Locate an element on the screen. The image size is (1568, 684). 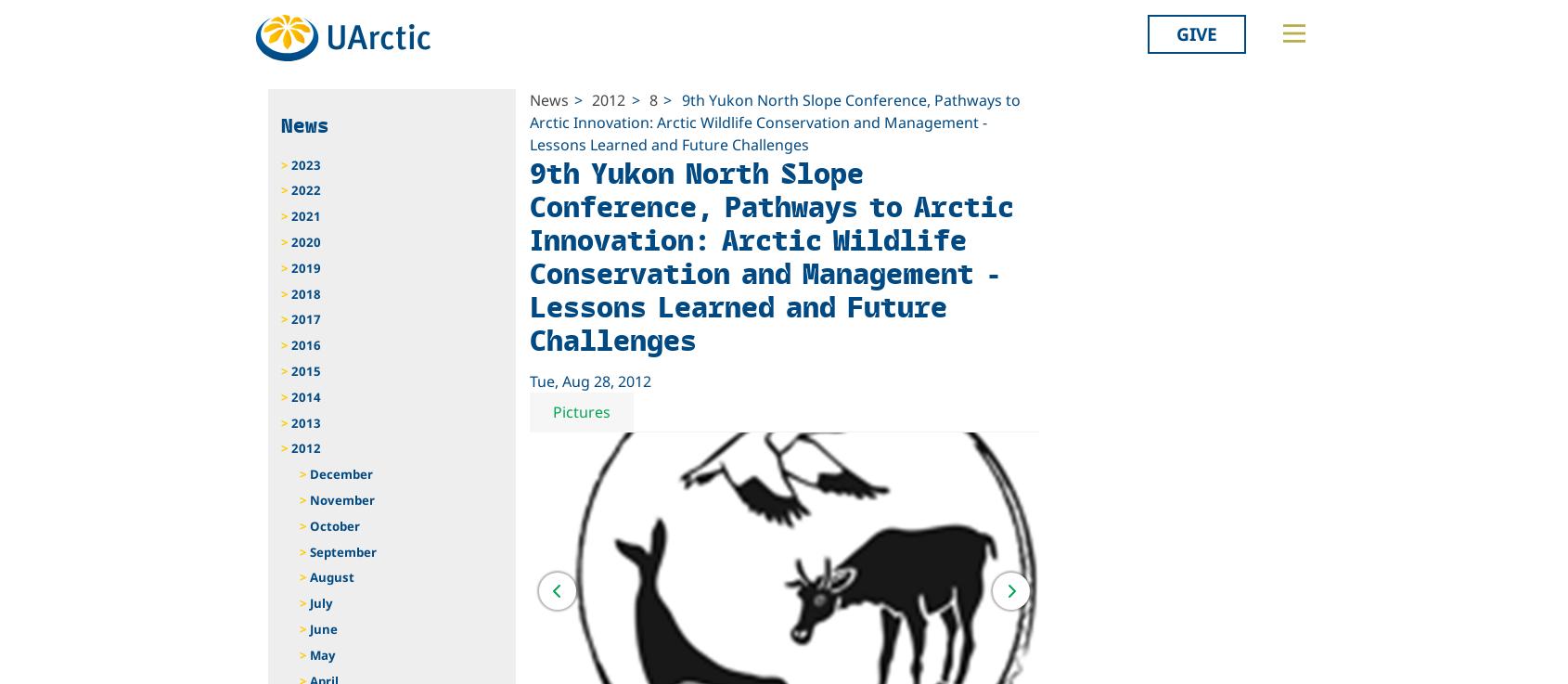
'Tue, Aug 28, 2012' is located at coordinates (589, 381).